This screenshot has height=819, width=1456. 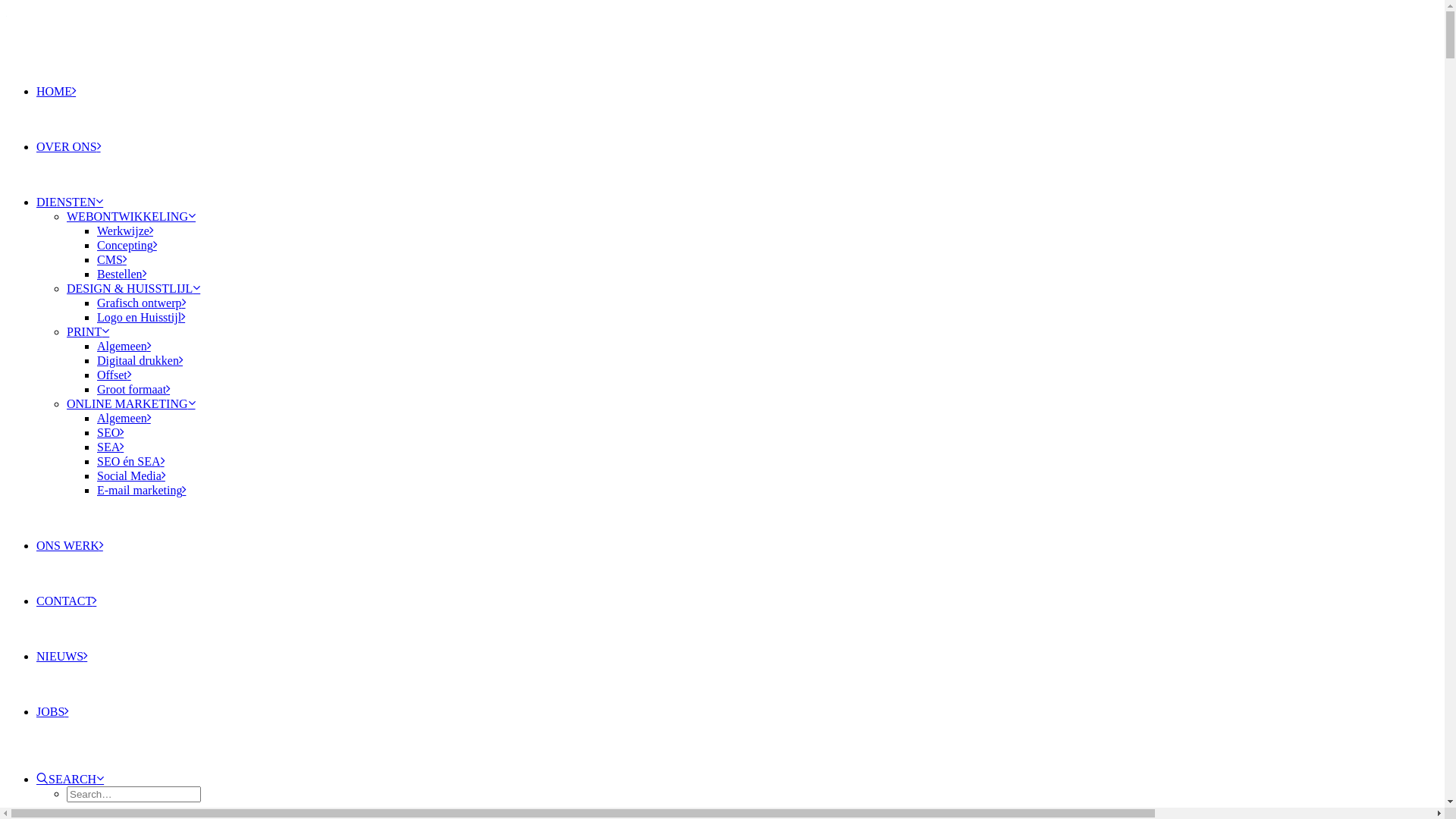 What do you see at coordinates (68, 544) in the screenshot?
I see `'ONS WERK'` at bounding box center [68, 544].